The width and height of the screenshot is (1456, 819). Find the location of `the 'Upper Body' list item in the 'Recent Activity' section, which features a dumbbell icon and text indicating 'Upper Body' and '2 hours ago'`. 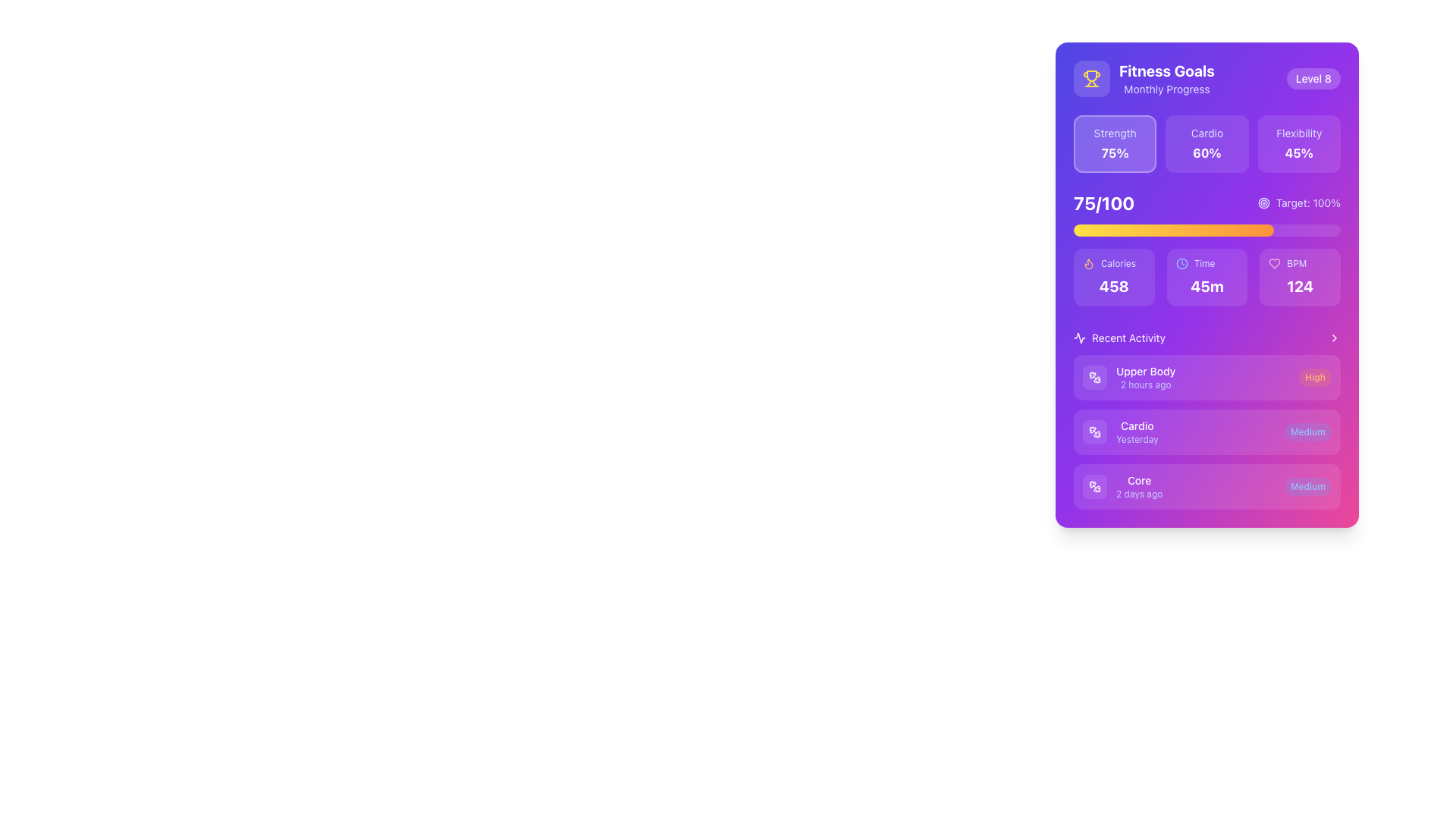

the 'Upper Body' list item in the 'Recent Activity' section, which features a dumbbell icon and text indicating 'Upper Body' and '2 hours ago' is located at coordinates (1129, 376).